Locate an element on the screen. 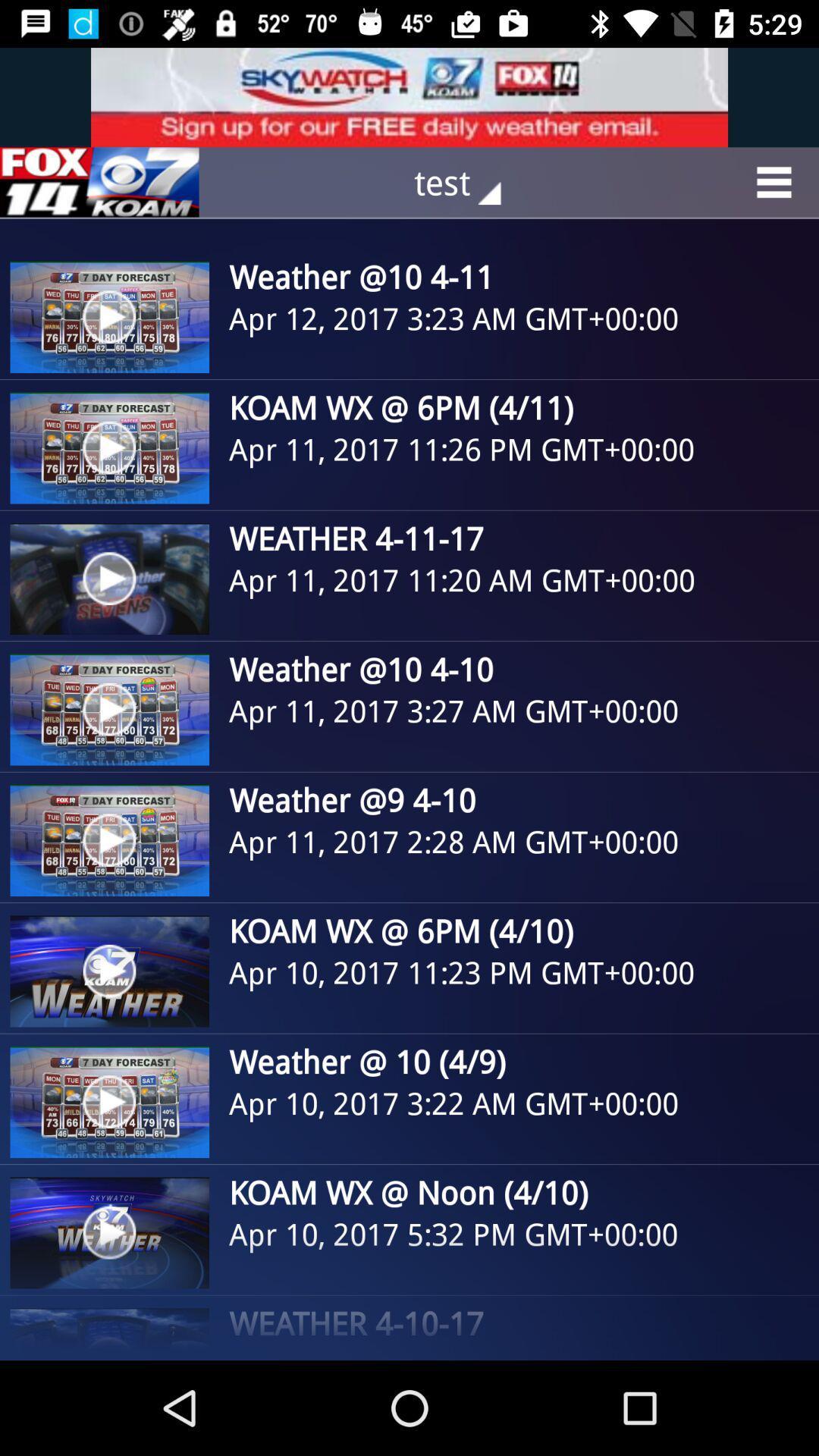 The height and width of the screenshot is (1456, 819). sign up for email list is located at coordinates (409, 96).